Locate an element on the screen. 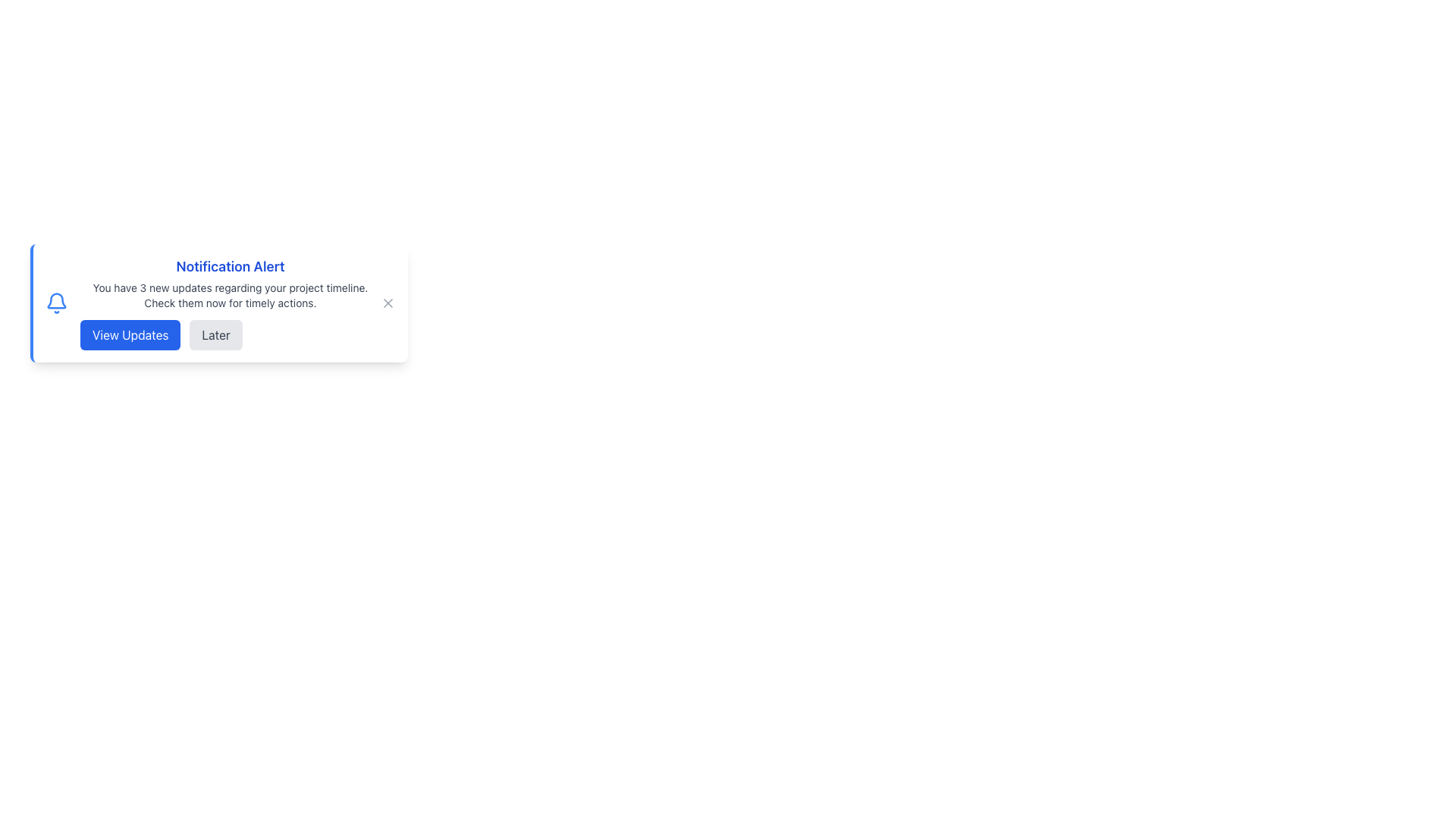 The width and height of the screenshot is (1456, 819). the 'Later' button, which is a rounded rectangle with a light gray background and dark gray text, positioned to the right of the 'View Updates' button in the horizontal button group below the notification heading is located at coordinates (215, 334).